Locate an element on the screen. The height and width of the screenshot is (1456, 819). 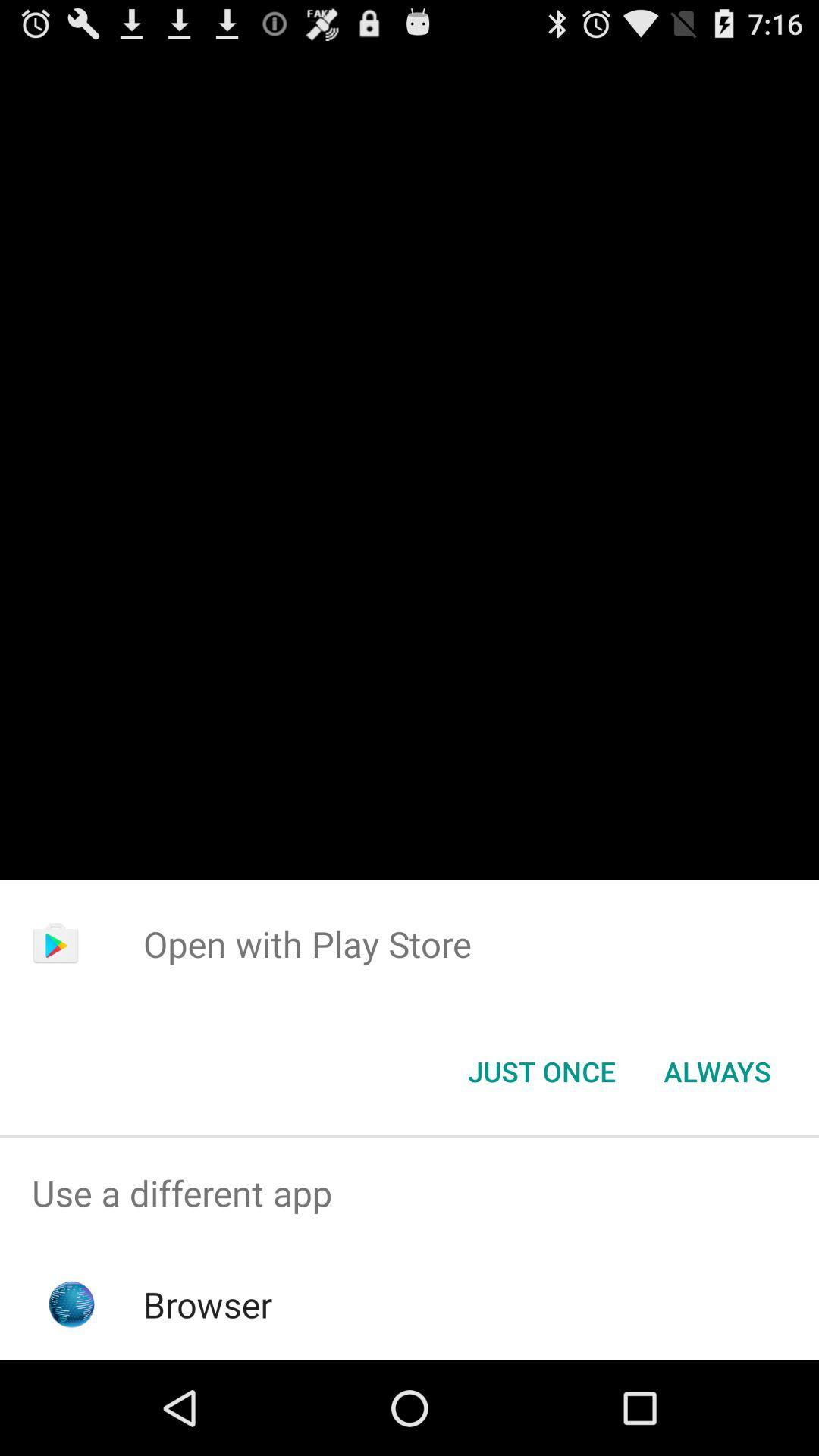
the item above the browser is located at coordinates (409, 1192).